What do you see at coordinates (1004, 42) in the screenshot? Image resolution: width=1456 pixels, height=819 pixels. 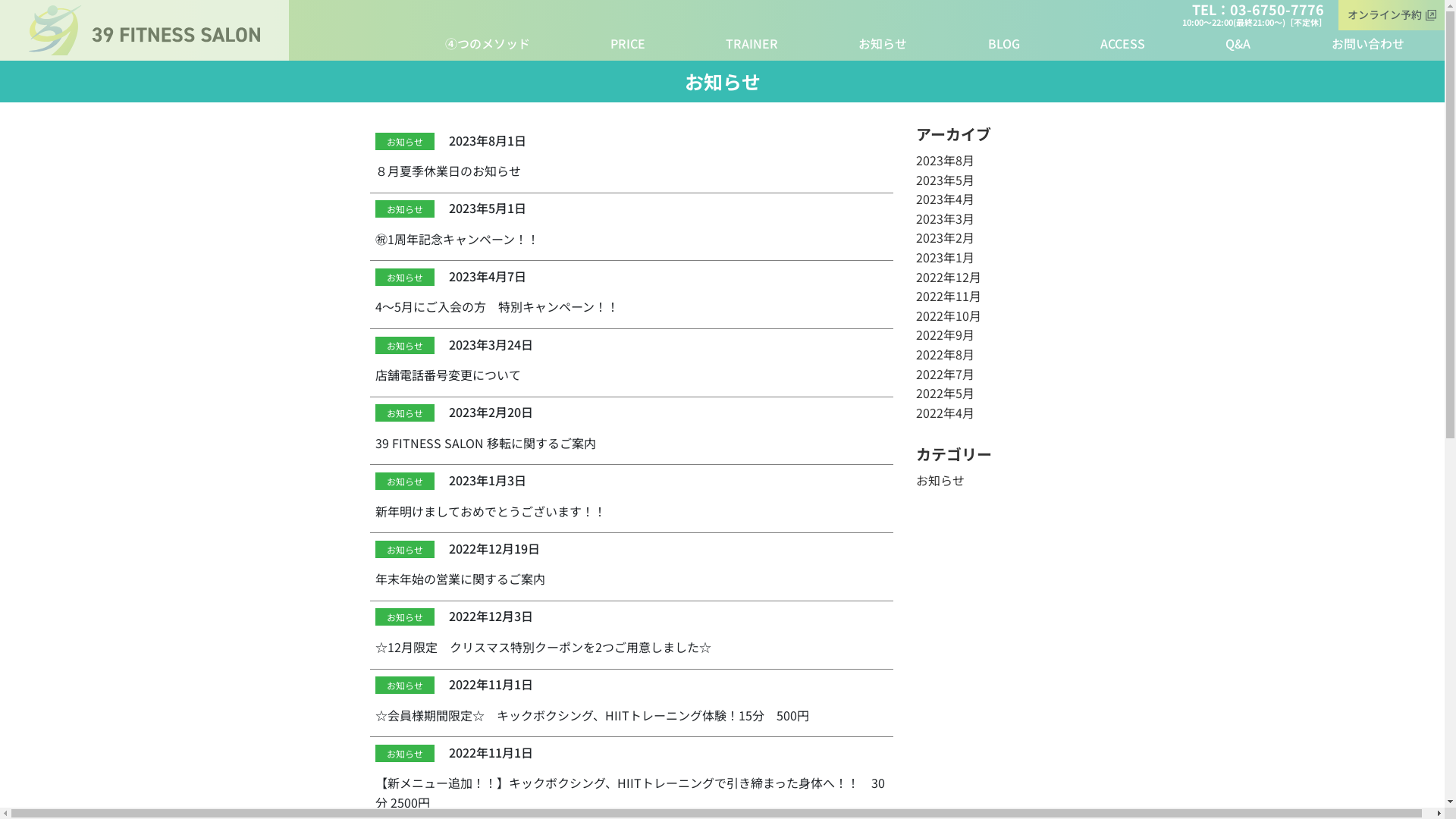 I see `'BLOG'` at bounding box center [1004, 42].